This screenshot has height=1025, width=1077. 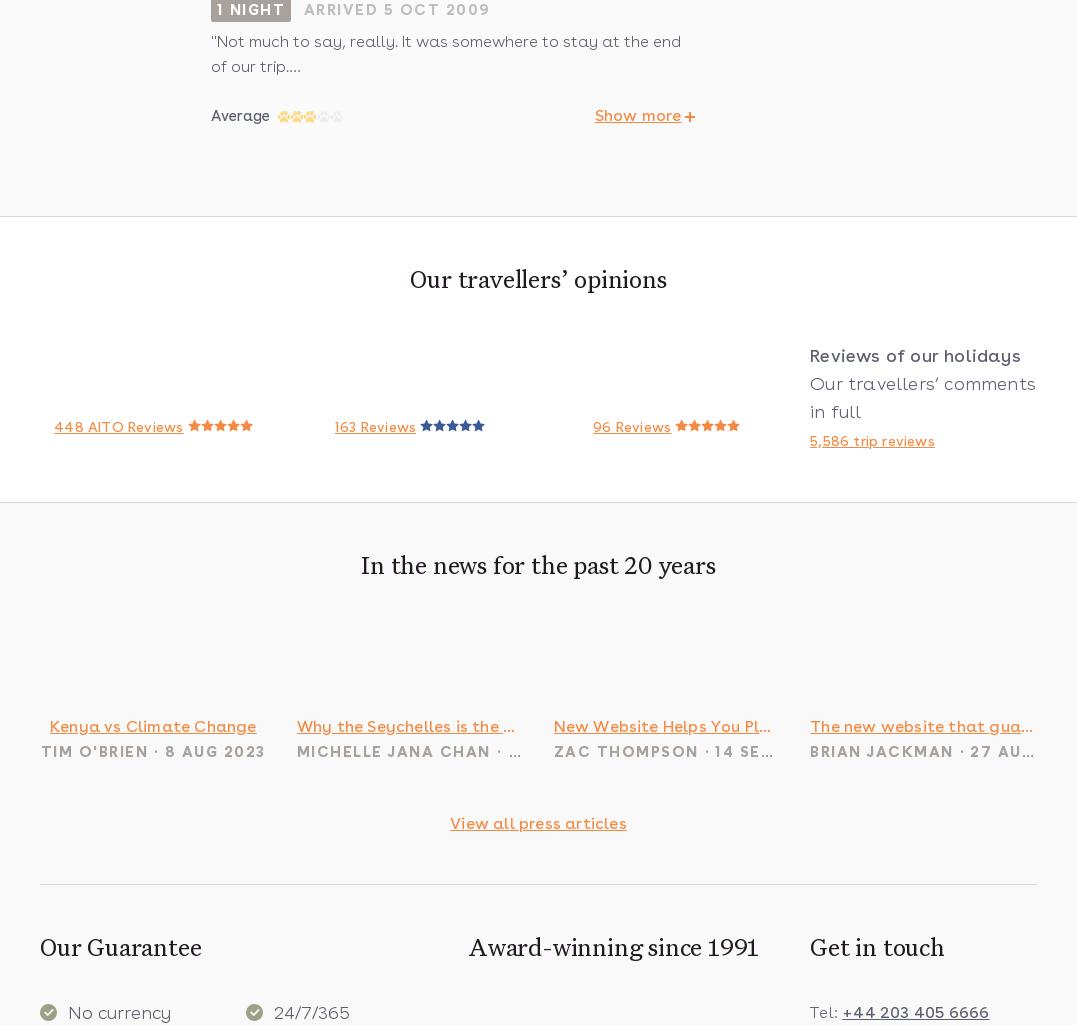 I want to click on 'Get in touch', so click(x=877, y=949).